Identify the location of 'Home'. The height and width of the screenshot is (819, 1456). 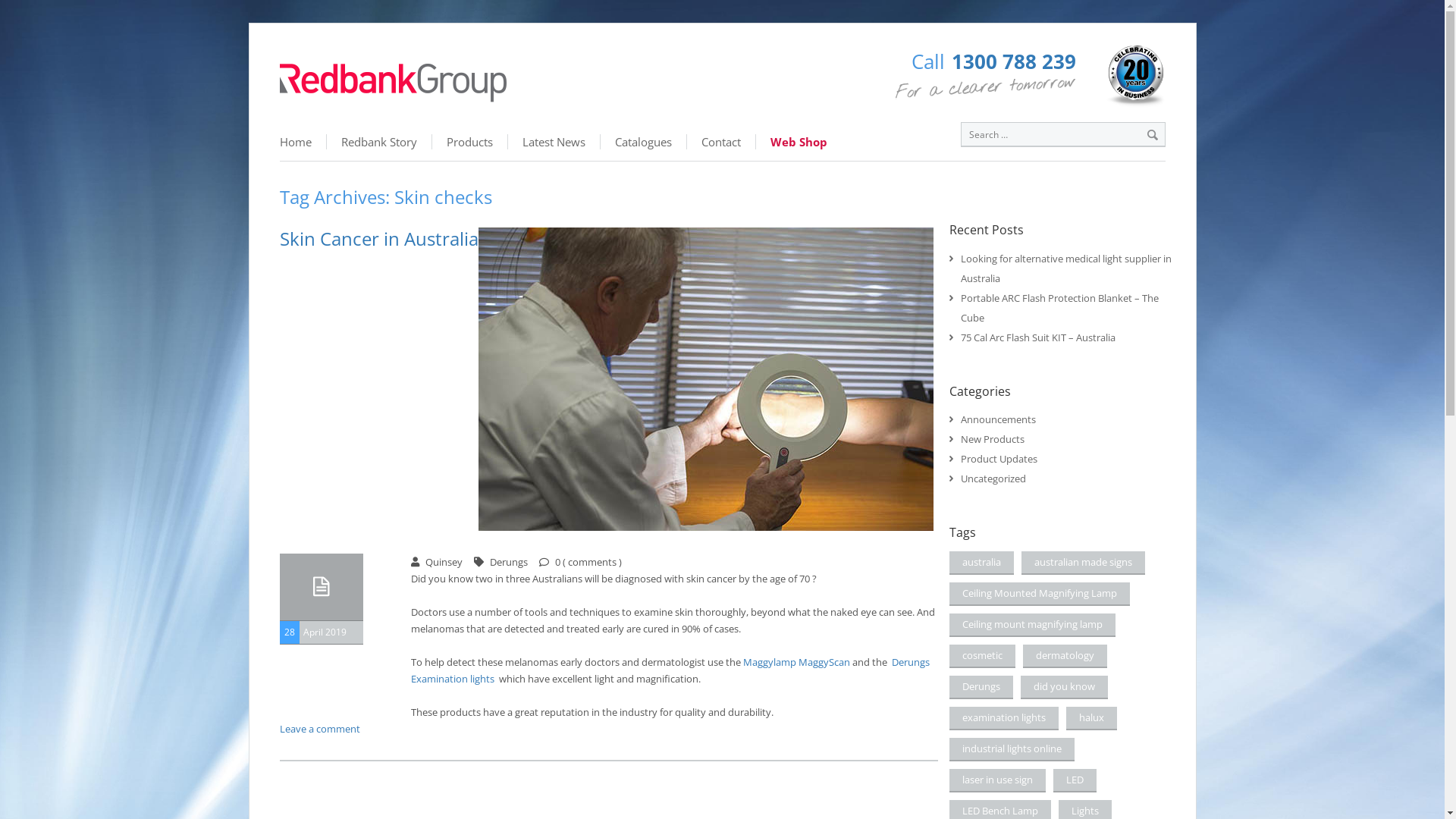
(302, 141).